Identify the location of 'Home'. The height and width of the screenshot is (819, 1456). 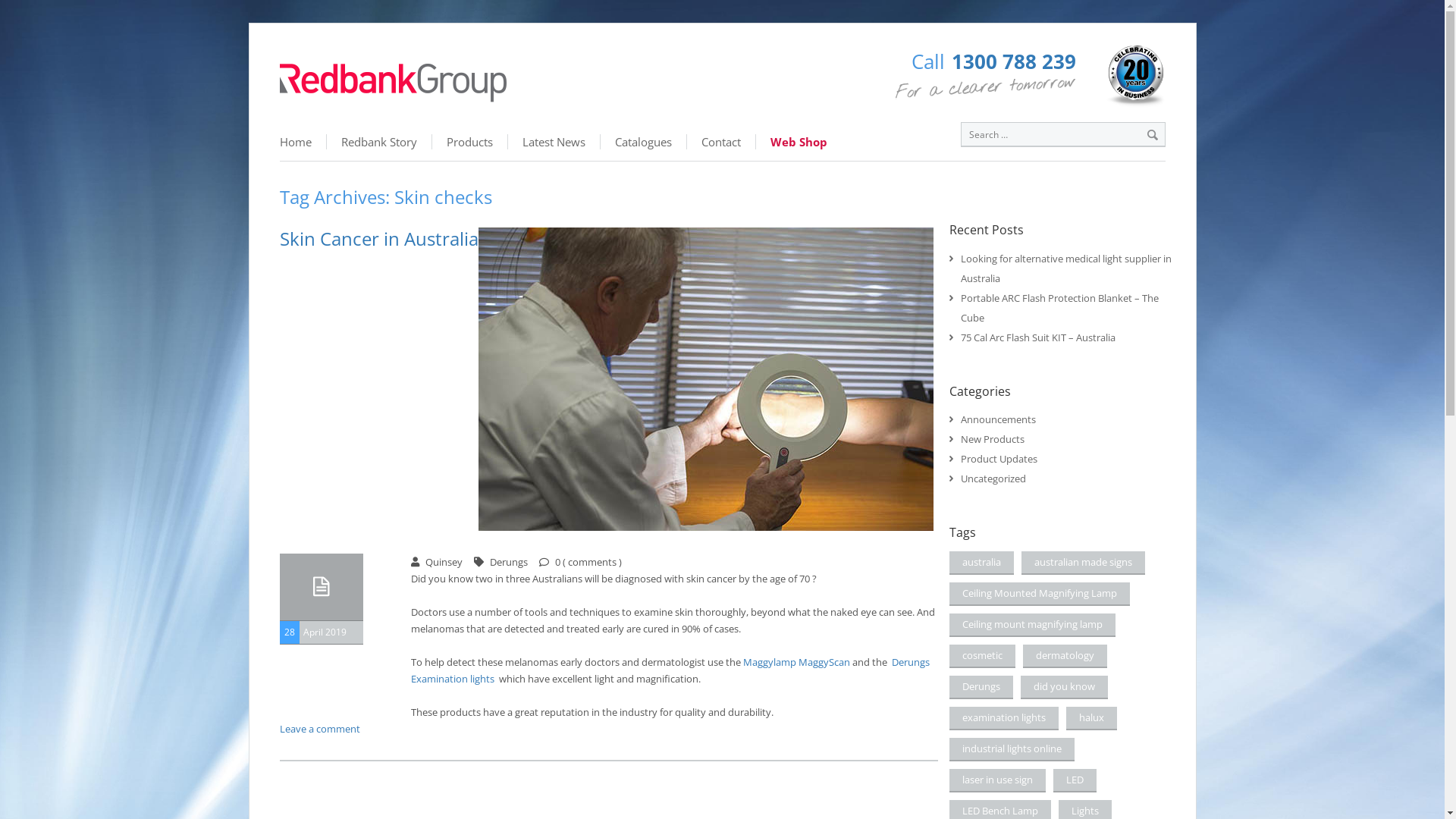
(302, 141).